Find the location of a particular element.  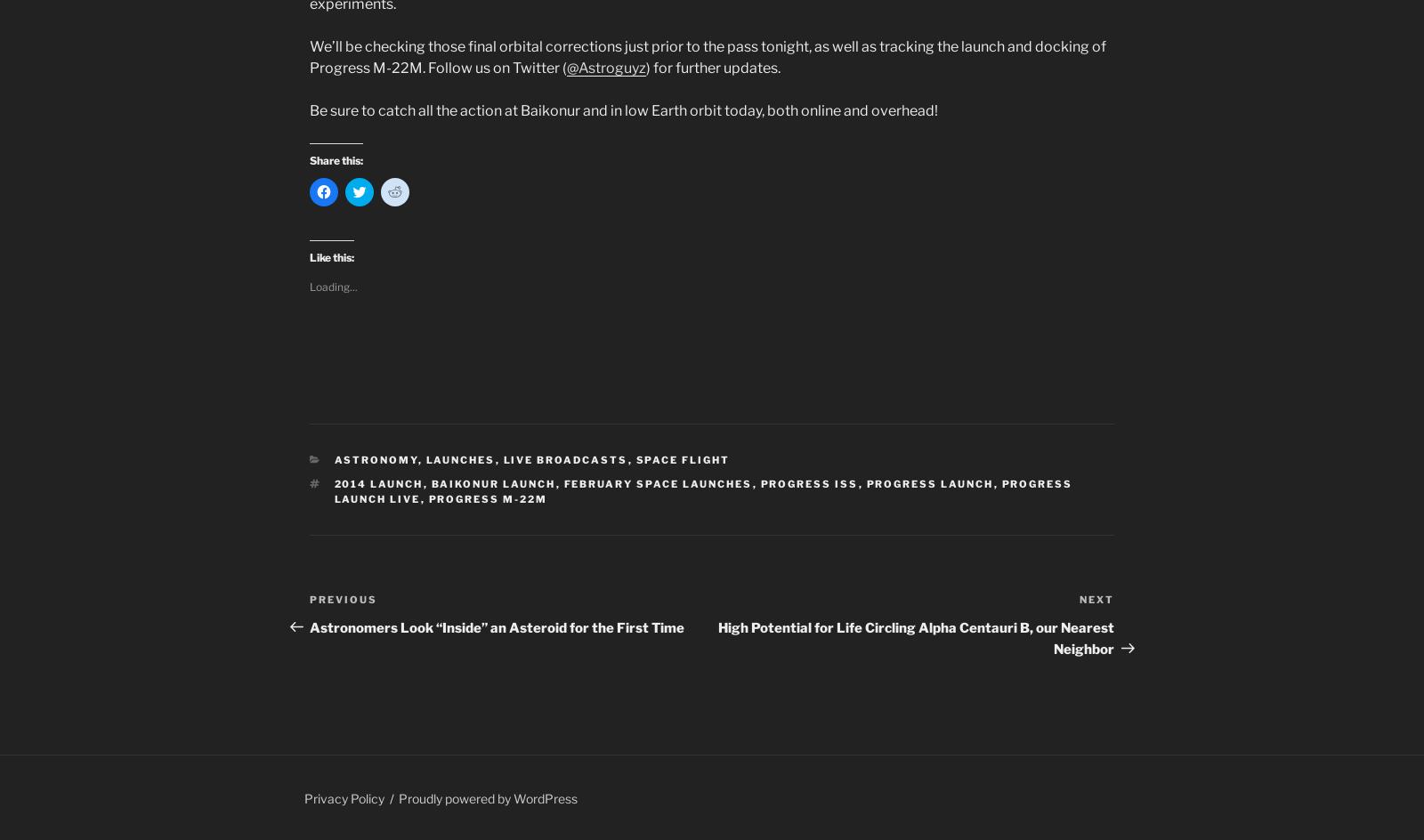

'Live Broadcasts' is located at coordinates (565, 458).